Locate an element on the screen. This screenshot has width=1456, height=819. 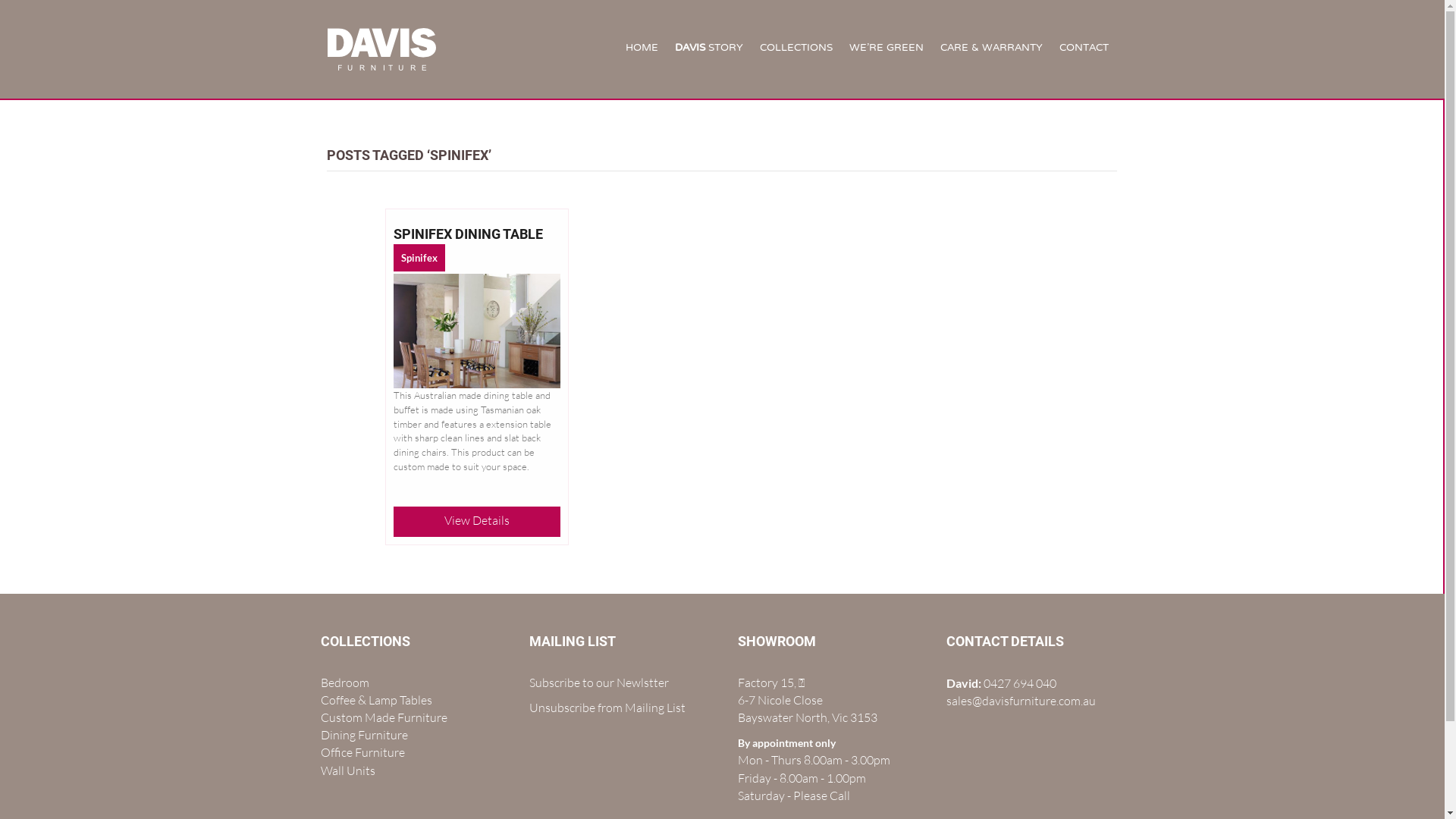
'Dining Furniture' is located at coordinates (362, 733).